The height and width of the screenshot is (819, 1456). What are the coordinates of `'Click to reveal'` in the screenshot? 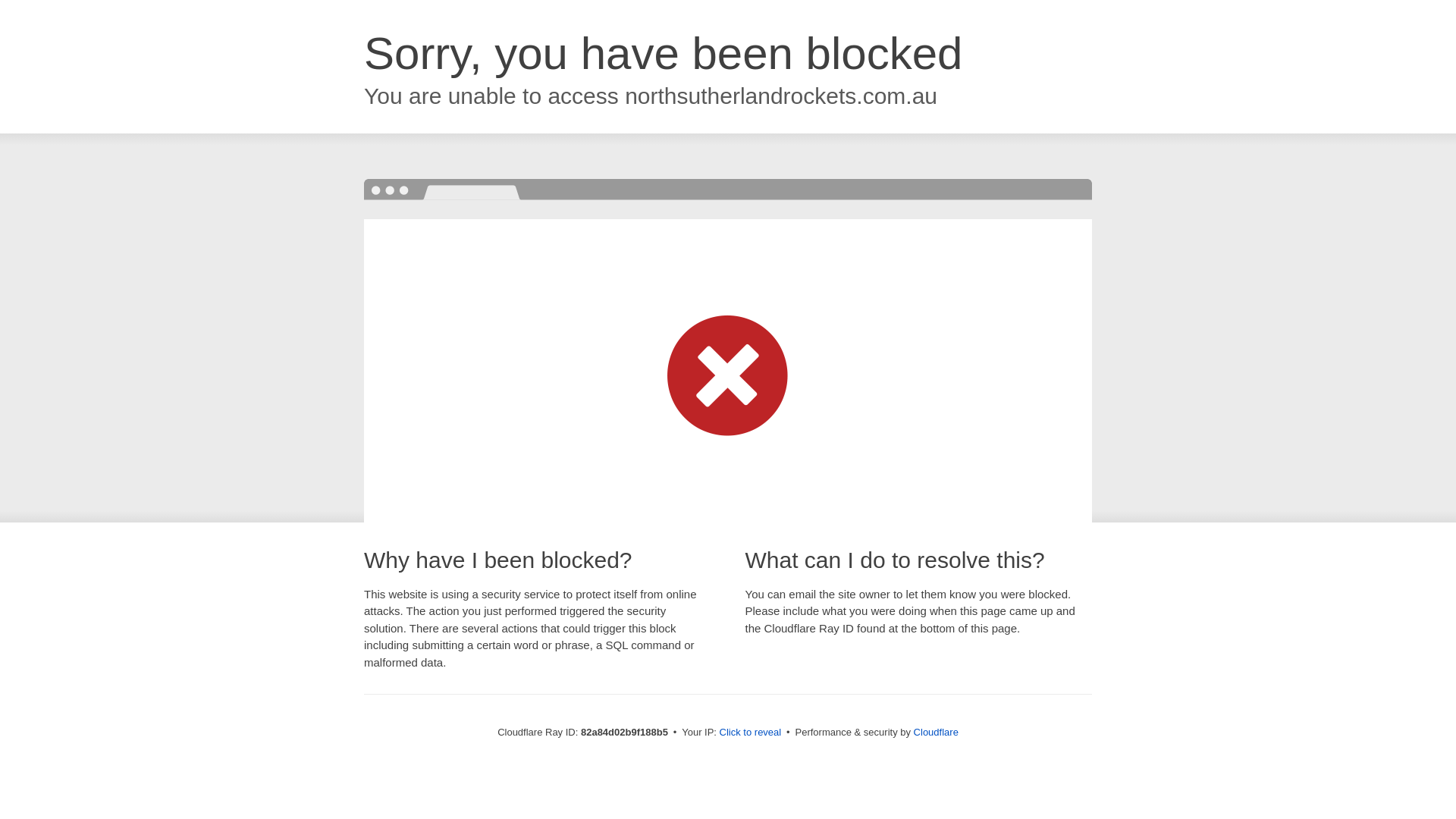 It's located at (750, 731).